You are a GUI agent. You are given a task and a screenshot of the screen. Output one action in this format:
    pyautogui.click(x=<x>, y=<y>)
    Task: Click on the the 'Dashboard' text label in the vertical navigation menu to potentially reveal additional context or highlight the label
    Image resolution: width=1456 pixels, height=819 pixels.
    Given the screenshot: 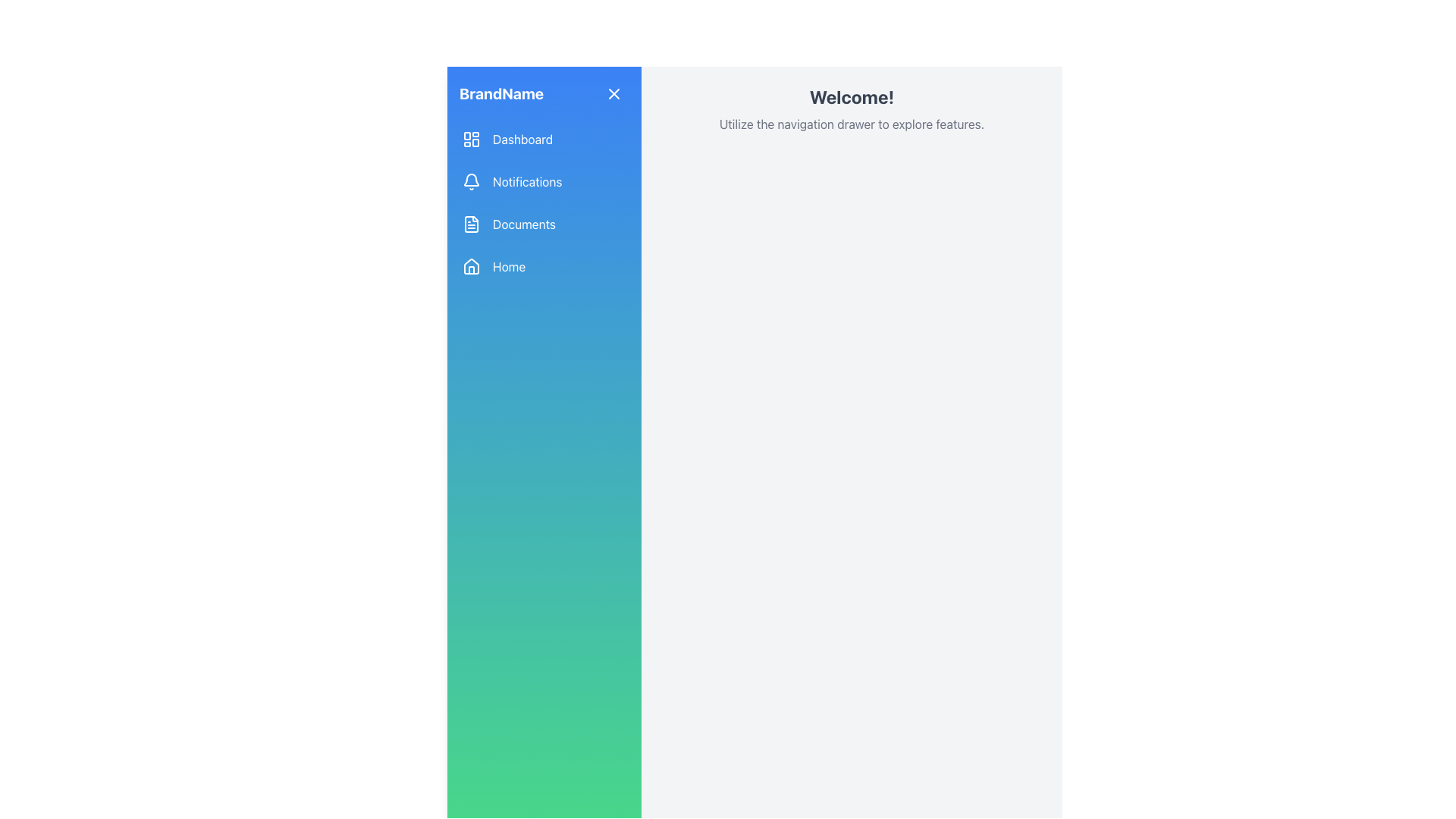 What is the action you would take?
    pyautogui.click(x=522, y=140)
    